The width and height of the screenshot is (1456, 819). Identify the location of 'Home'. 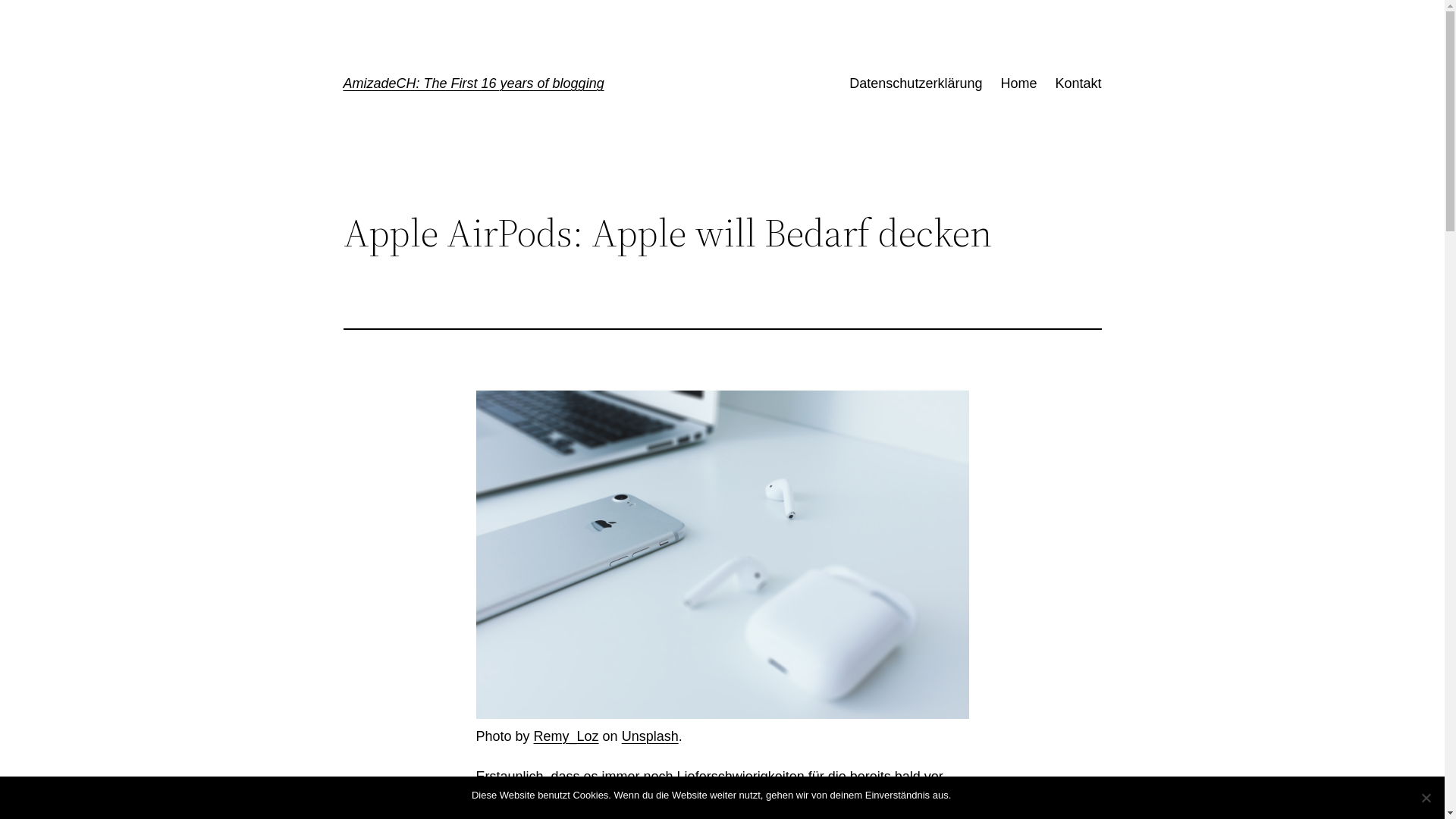
(1018, 83).